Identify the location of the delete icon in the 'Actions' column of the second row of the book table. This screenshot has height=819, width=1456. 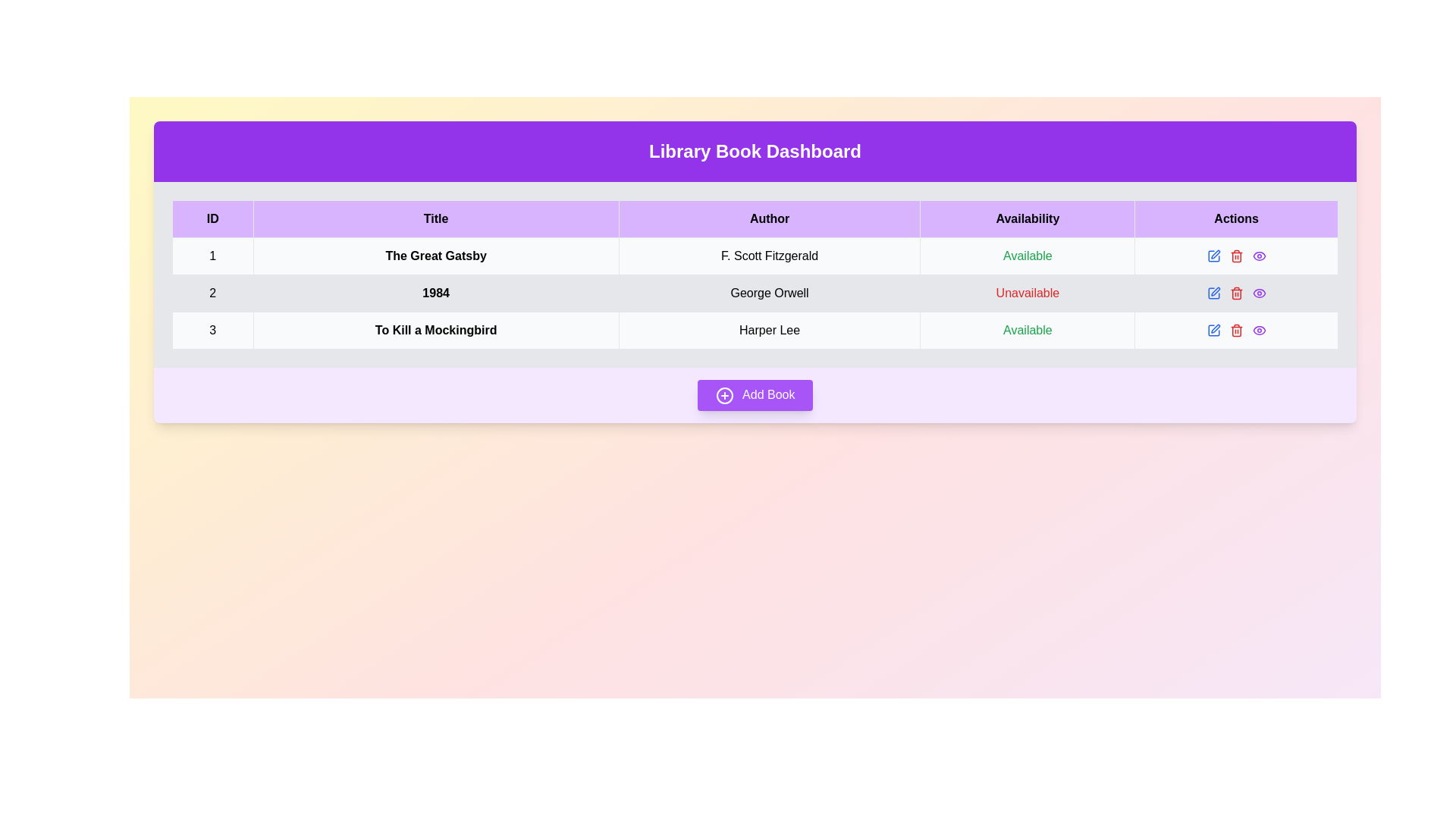
(1236, 293).